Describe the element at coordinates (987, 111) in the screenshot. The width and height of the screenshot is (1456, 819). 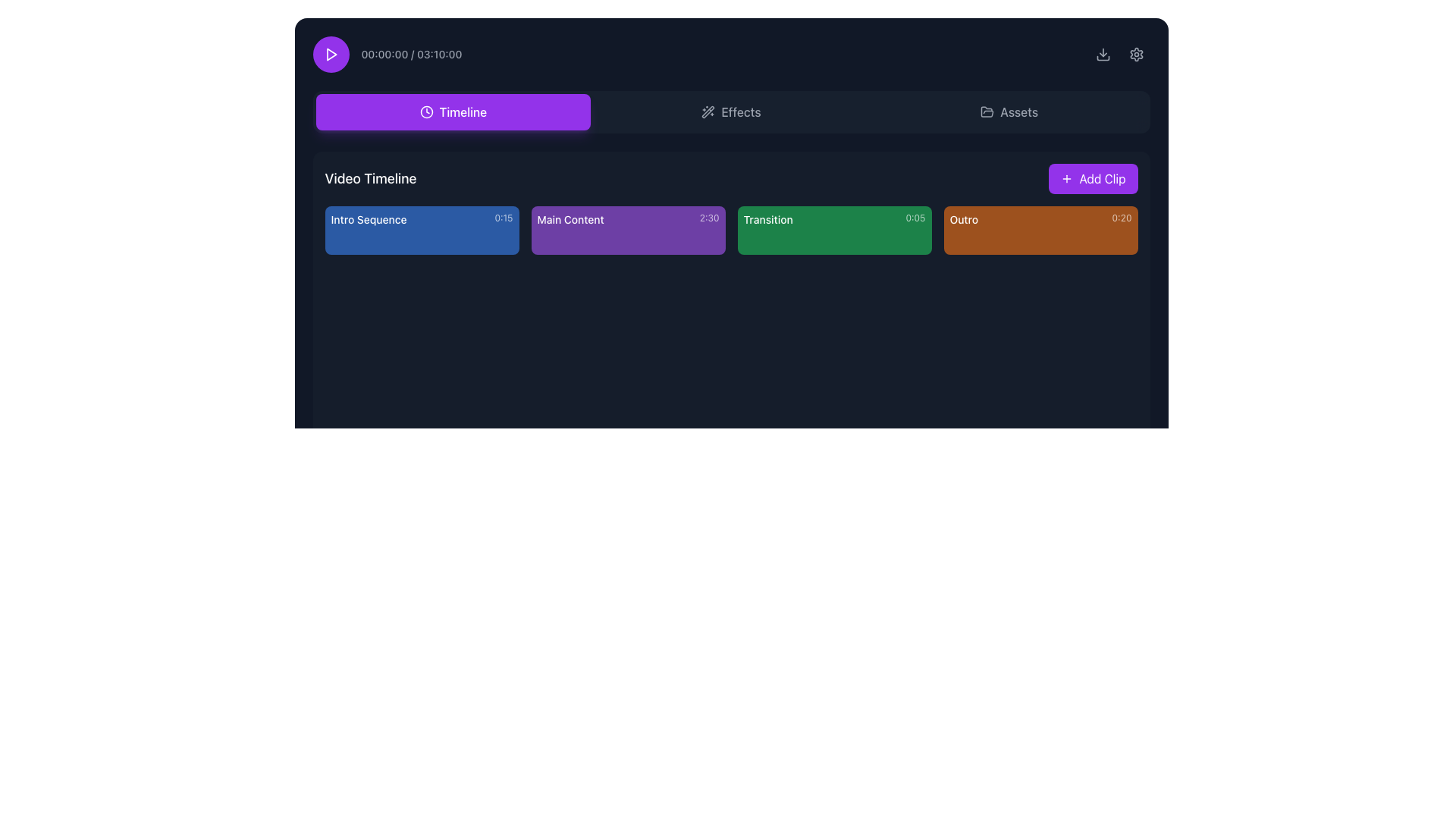
I see `the open folder icon located near the top-right corner of the interface, which visually indicates a directory or asset folder` at that location.